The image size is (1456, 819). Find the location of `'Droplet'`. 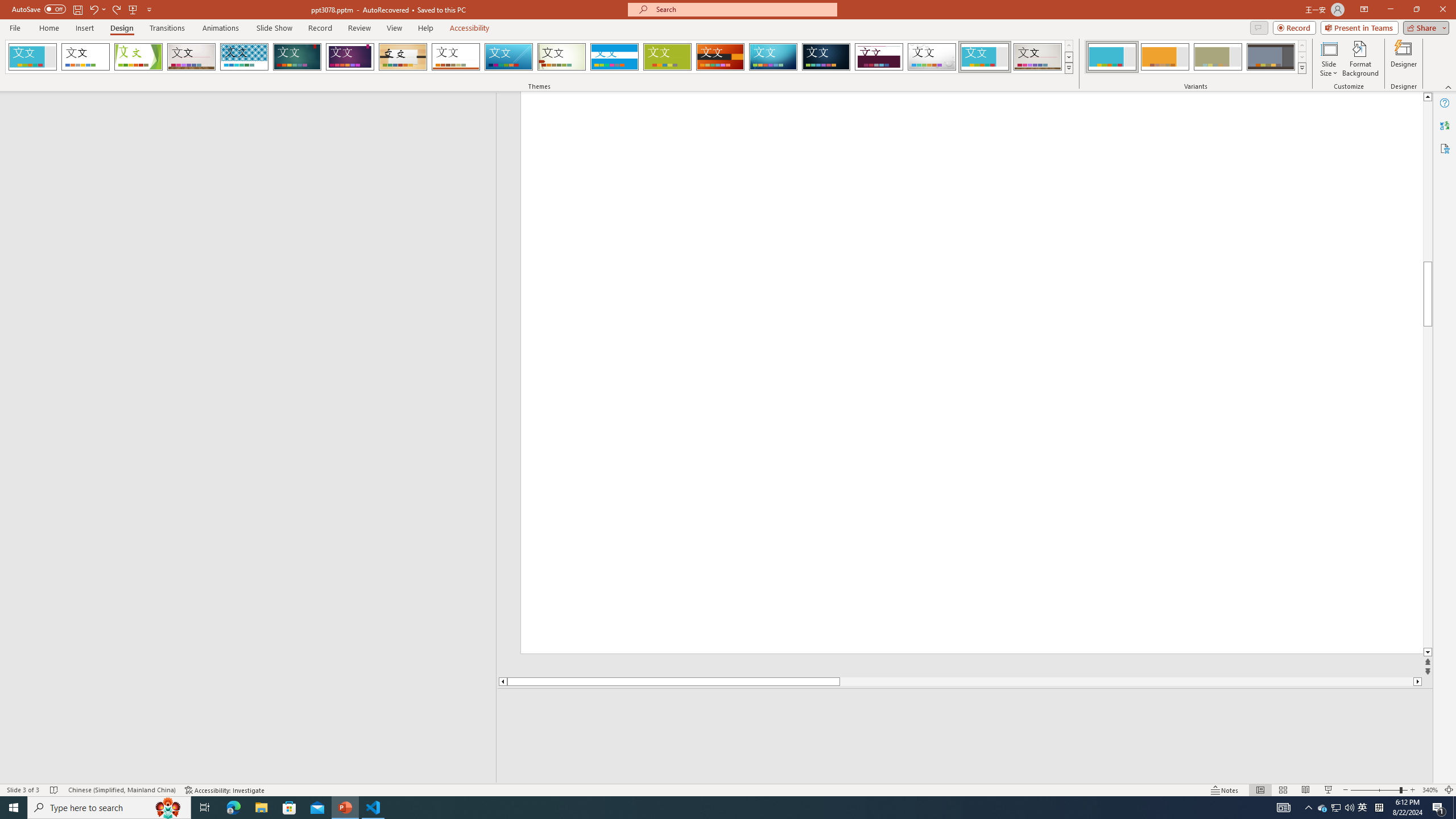

'Droplet' is located at coordinates (932, 56).